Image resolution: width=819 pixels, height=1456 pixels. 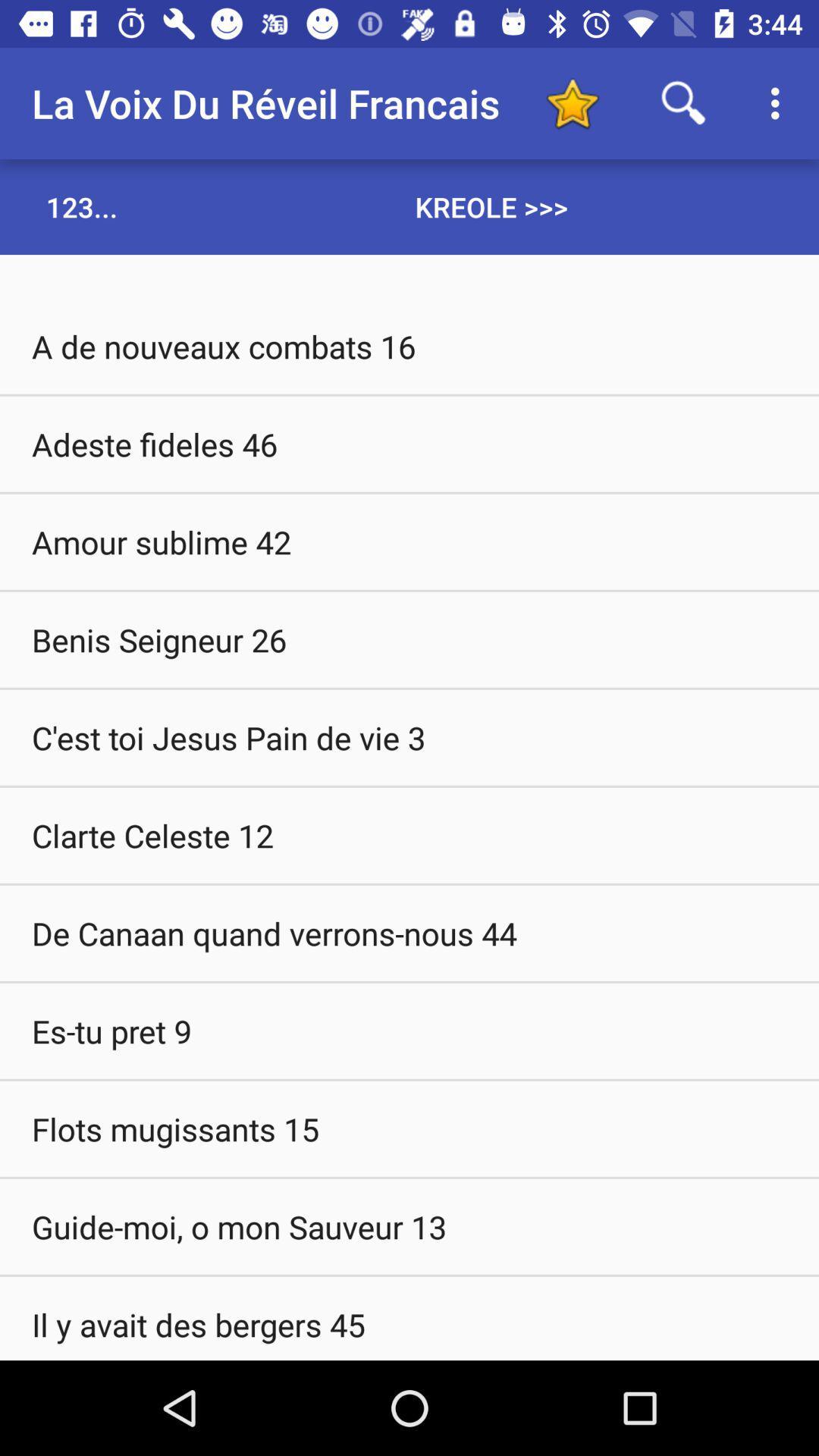 What do you see at coordinates (409, 541) in the screenshot?
I see `item above the benis seigneur 26` at bounding box center [409, 541].